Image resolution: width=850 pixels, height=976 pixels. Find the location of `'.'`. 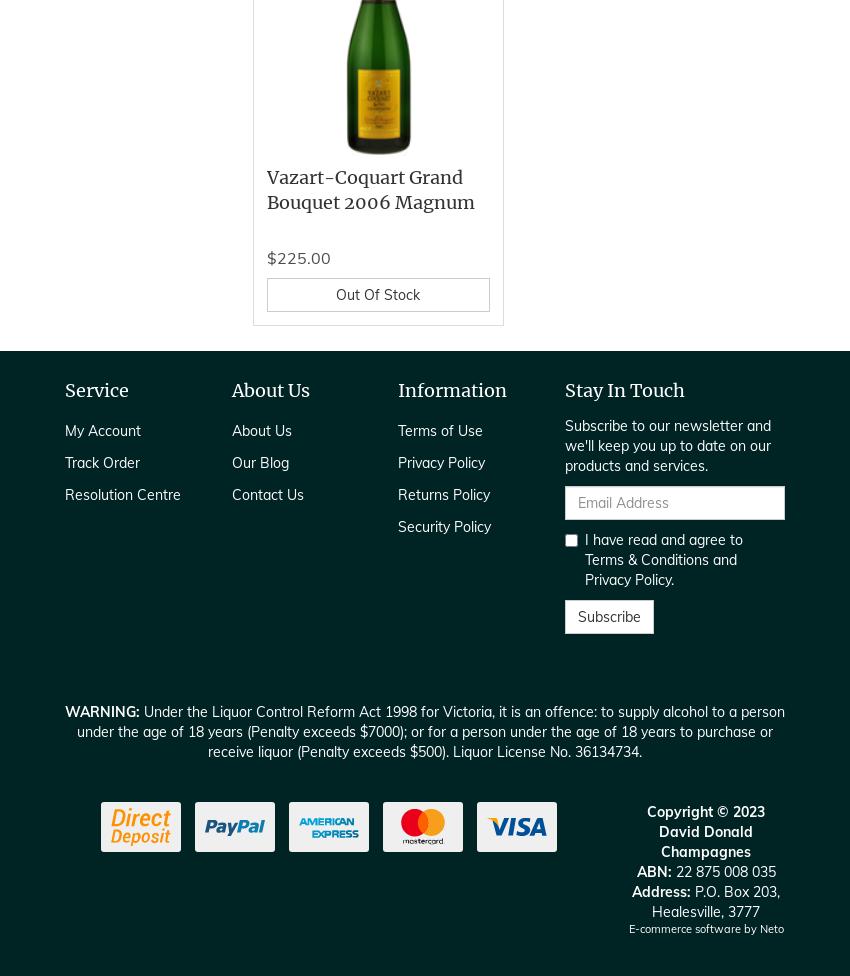

'.' is located at coordinates (670, 578).